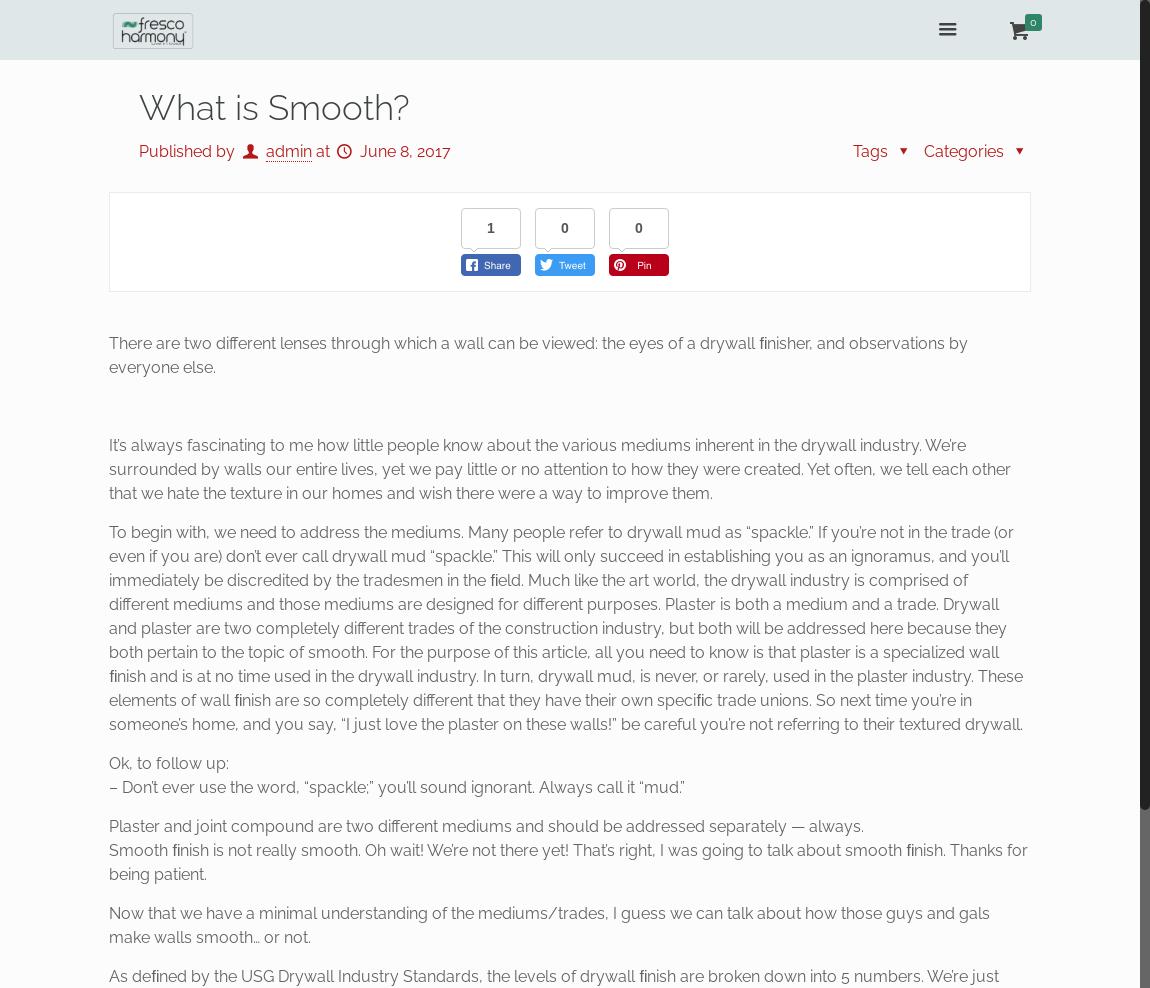 This screenshot has width=1150, height=988. What do you see at coordinates (538, 355) in the screenshot?
I see `'There are two different lenses through which a wall can be viewed: the eyes of a drywall ﬁnisher, and observations by everyone else.'` at bounding box center [538, 355].